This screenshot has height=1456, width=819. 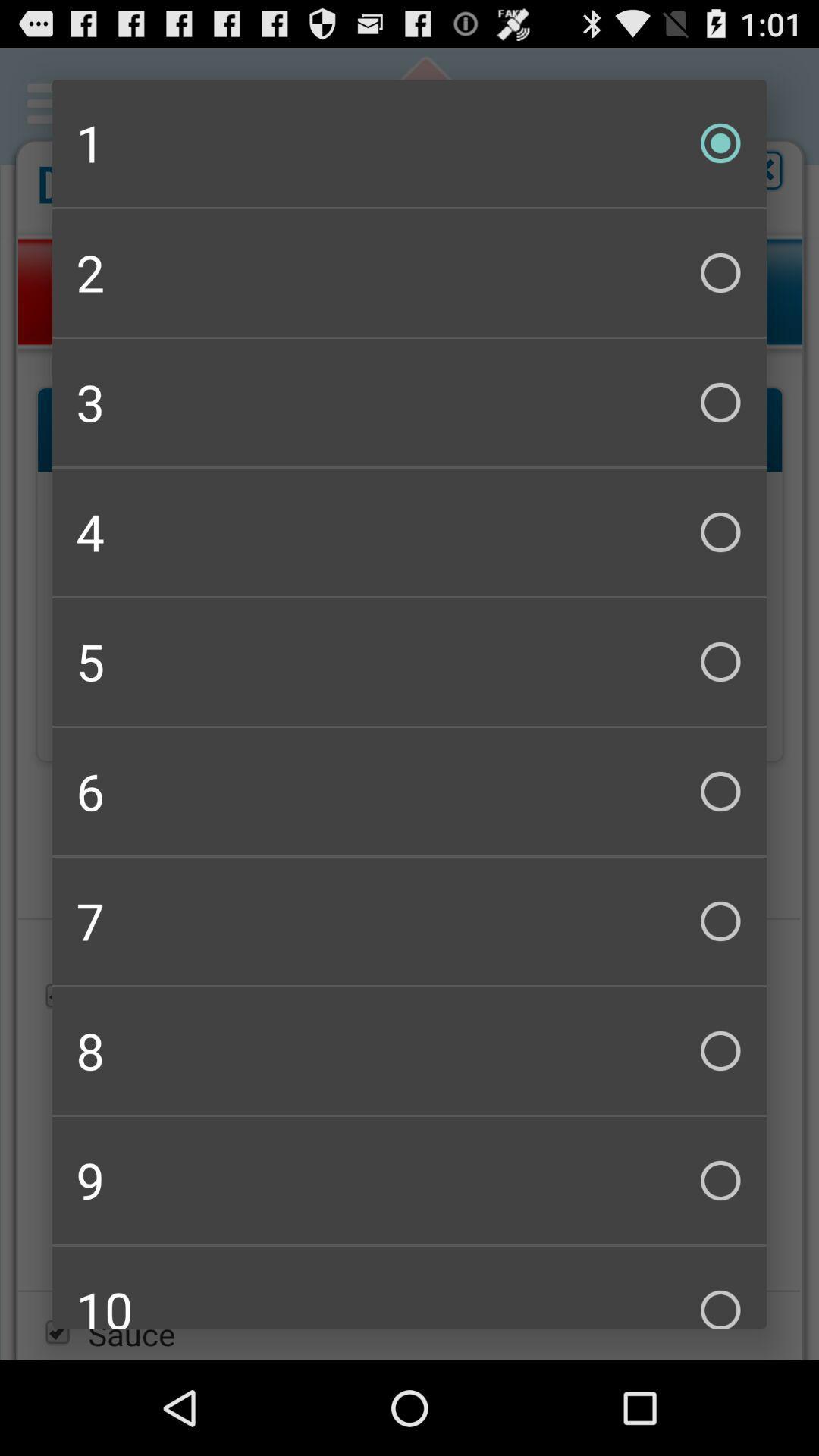 What do you see at coordinates (409, 1179) in the screenshot?
I see `9 checkbox` at bounding box center [409, 1179].